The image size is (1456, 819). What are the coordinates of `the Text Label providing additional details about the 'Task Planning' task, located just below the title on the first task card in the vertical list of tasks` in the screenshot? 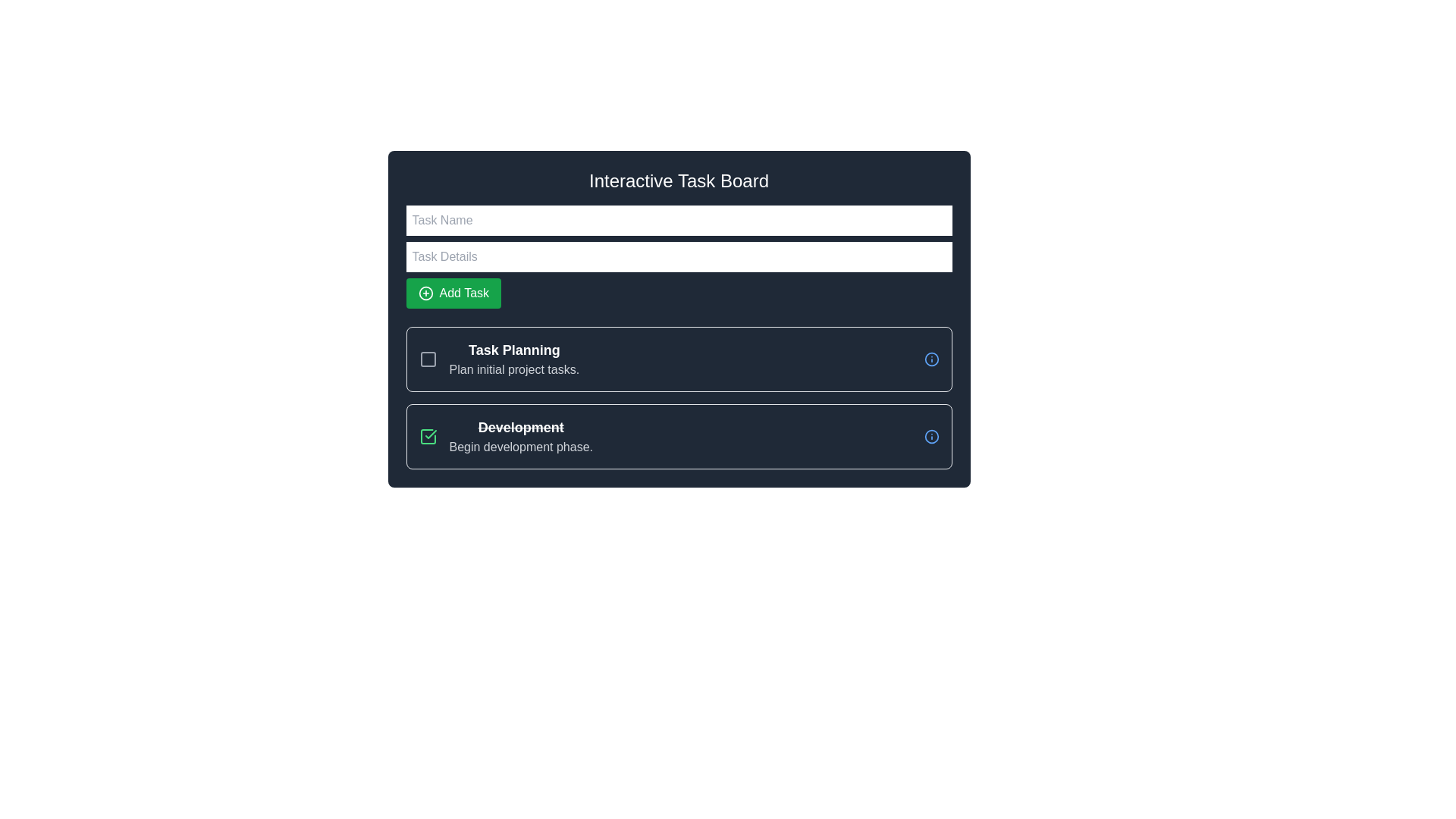 It's located at (514, 370).